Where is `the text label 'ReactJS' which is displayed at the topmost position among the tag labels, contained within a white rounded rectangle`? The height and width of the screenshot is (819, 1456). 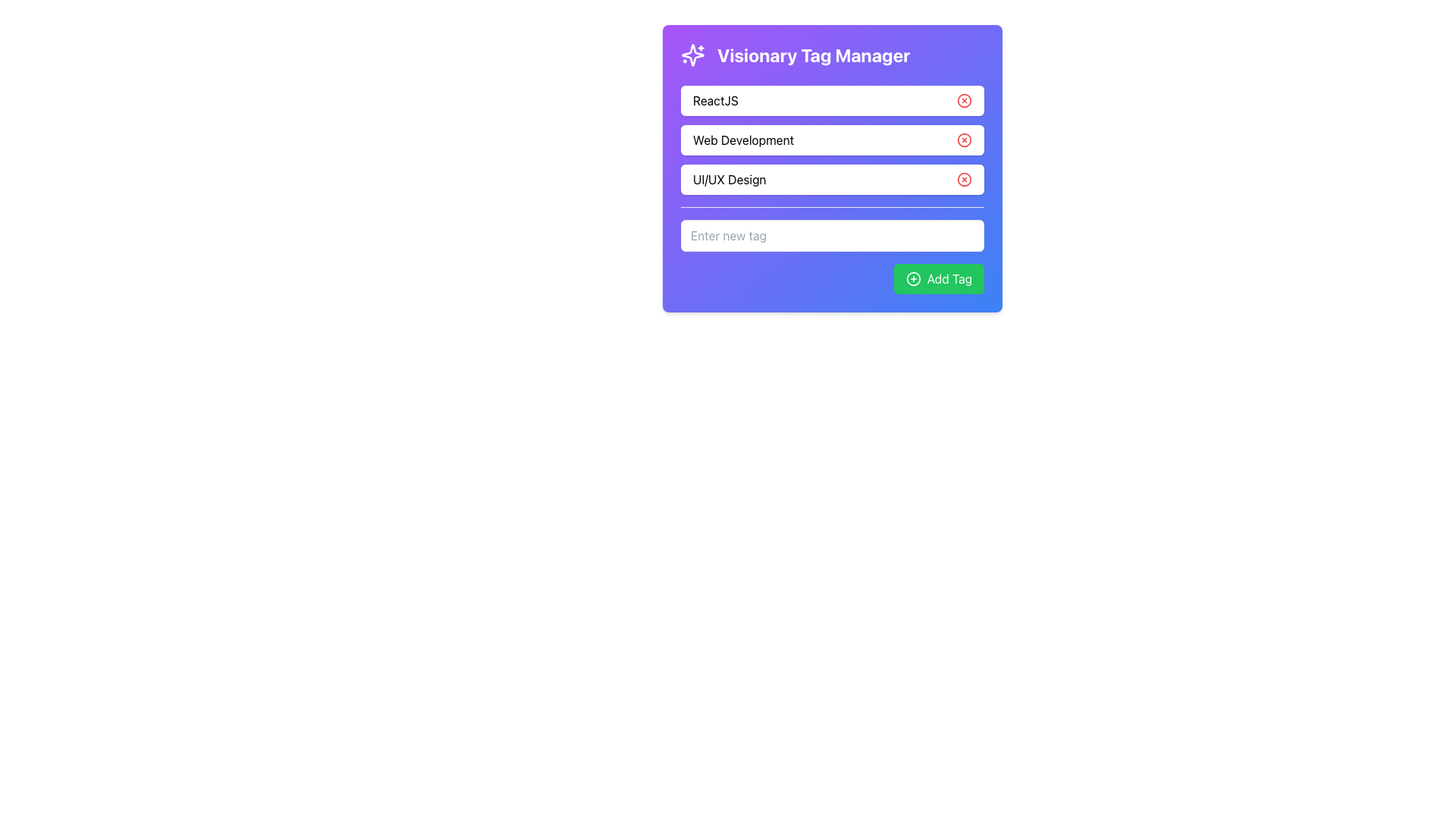
the text label 'ReactJS' which is displayed at the topmost position among the tag labels, contained within a white rounded rectangle is located at coordinates (714, 100).